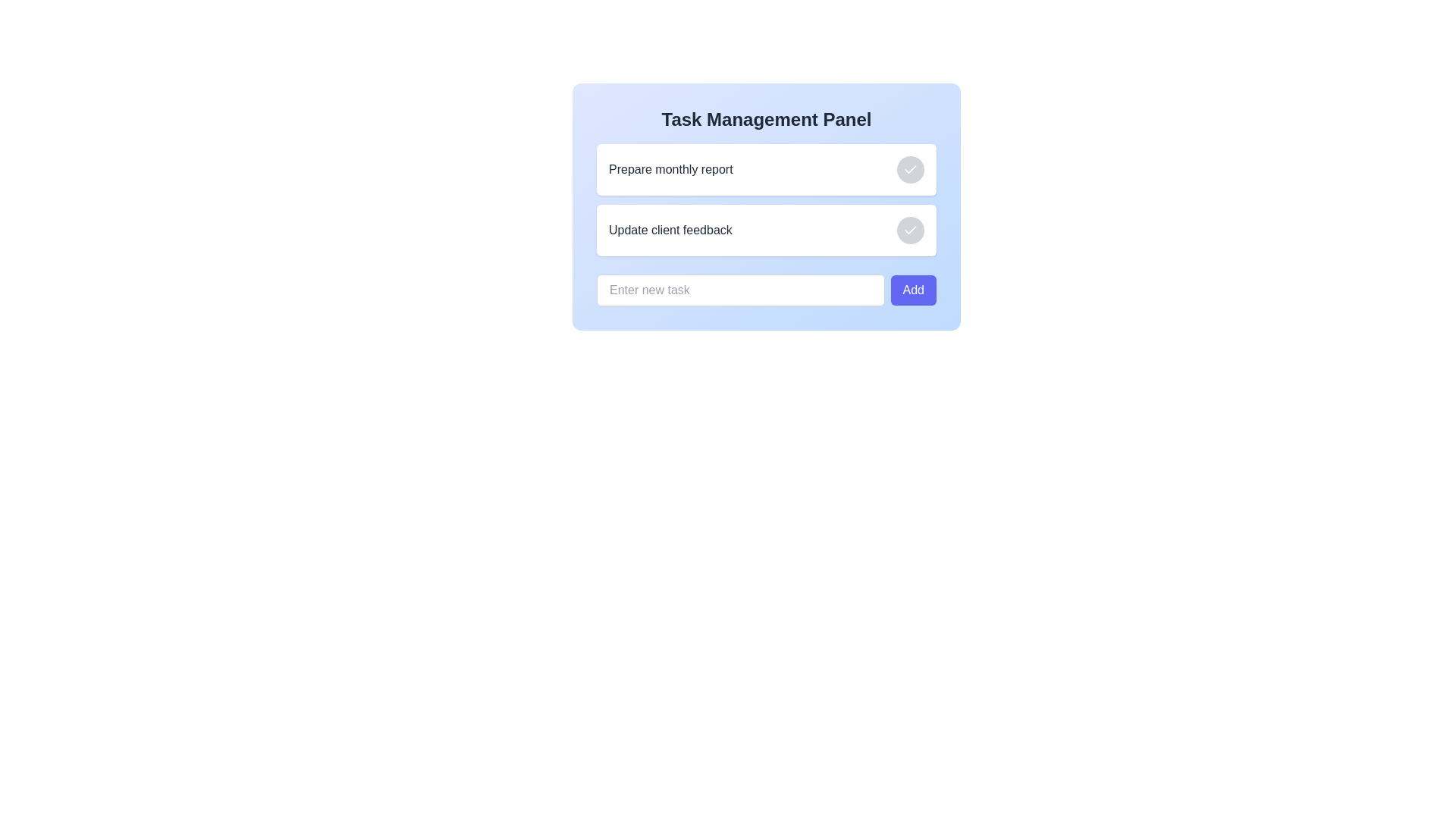 Image resolution: width=1456 pixels, height=819 pixels. What do you see at coordinates (767, 199) in the screenshot?
I see `the task item labeled 'Update client feedback'` at bounding box center [767, 199].